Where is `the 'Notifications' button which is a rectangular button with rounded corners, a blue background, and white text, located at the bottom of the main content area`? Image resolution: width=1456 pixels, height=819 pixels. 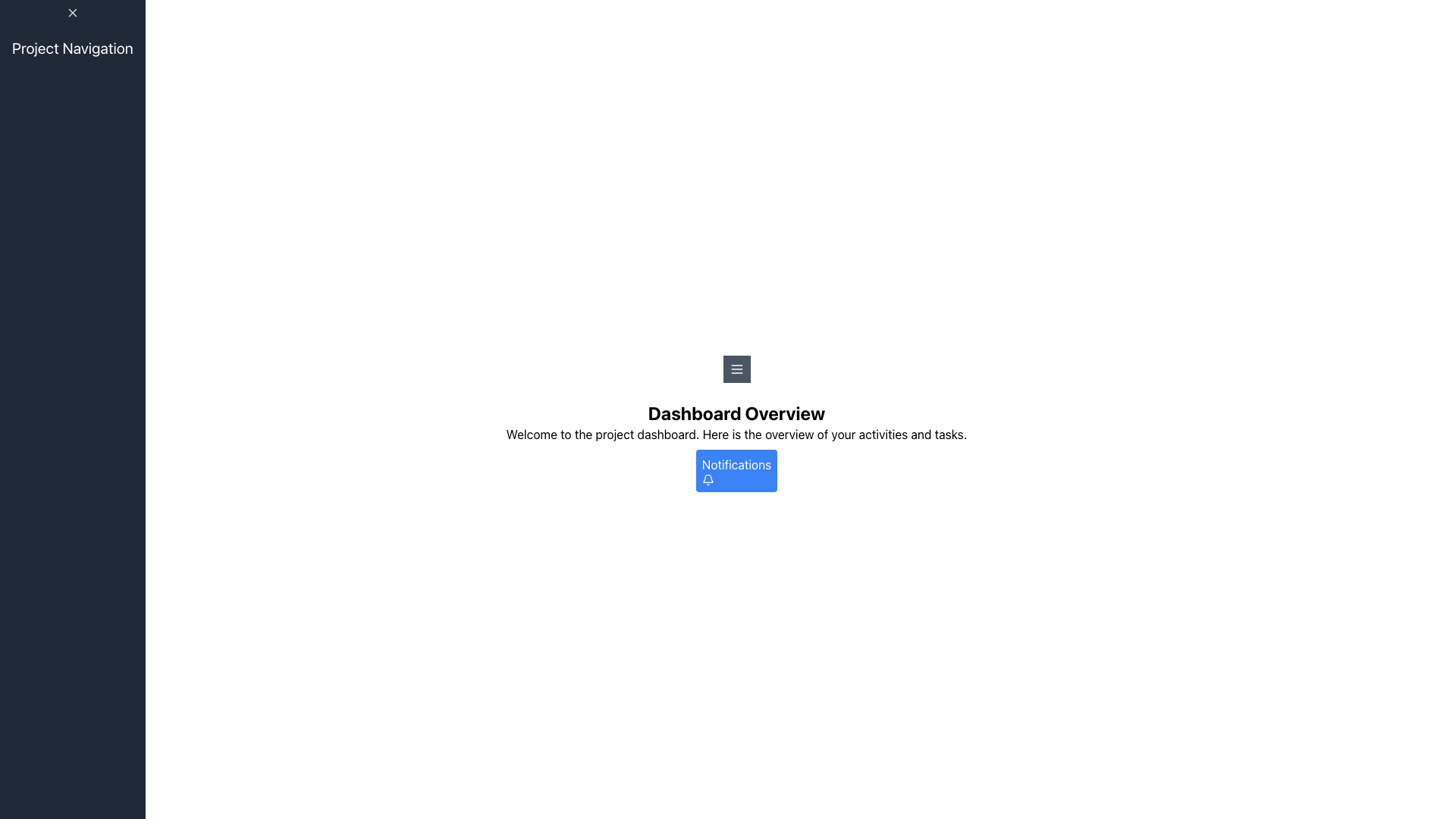 the 'Notifications' button which is a rectangular button with rounded corners, a blue background, and white text, located at the bottom of the main content area is located at coordinates (736, 470).